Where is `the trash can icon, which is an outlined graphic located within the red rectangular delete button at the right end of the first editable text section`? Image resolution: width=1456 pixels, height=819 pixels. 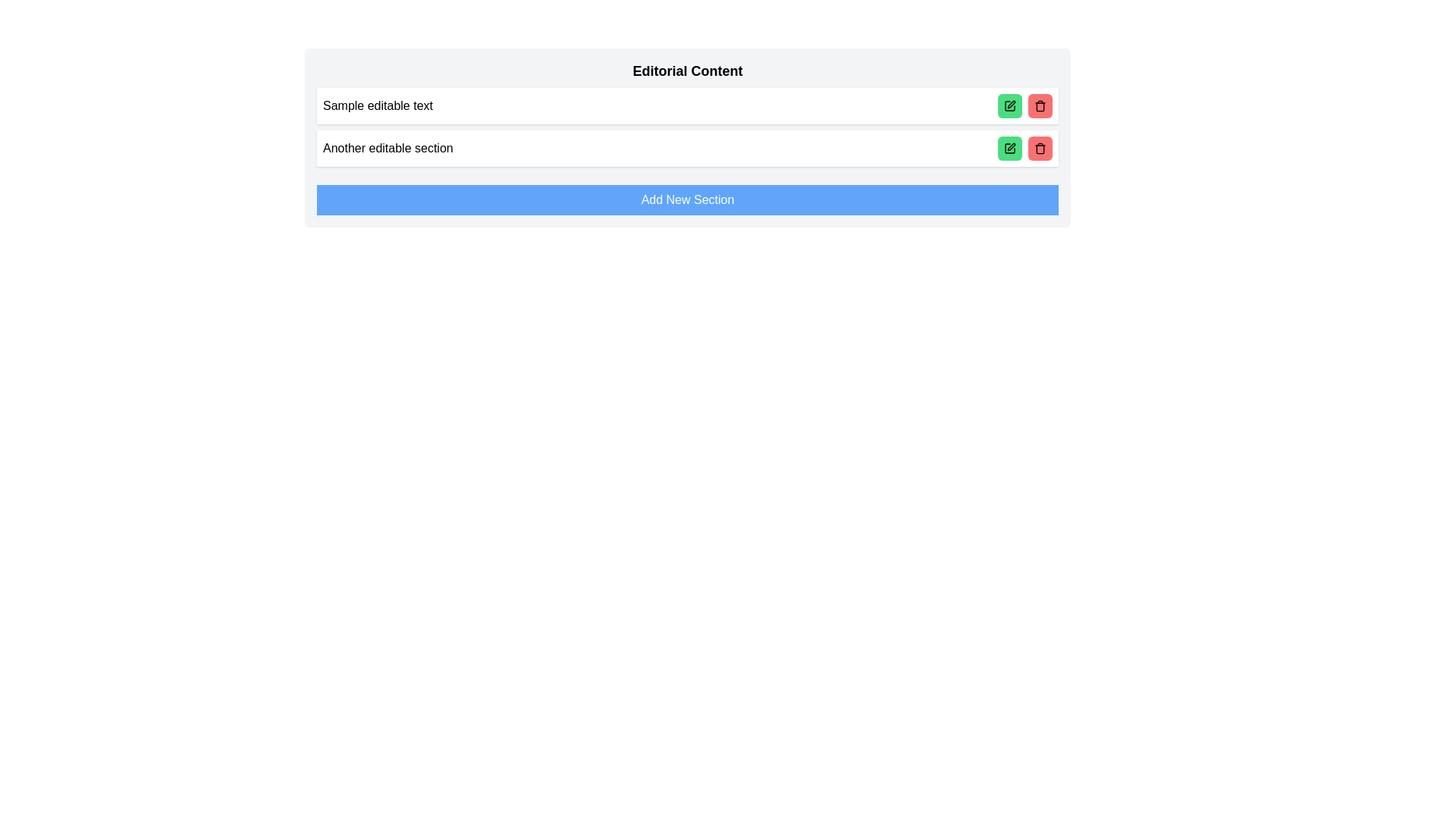
the trash can icon, which is an outlined graphic located within the red rectangular delete button at the right end of the first editable text section is located at coordinates (1040, 149).